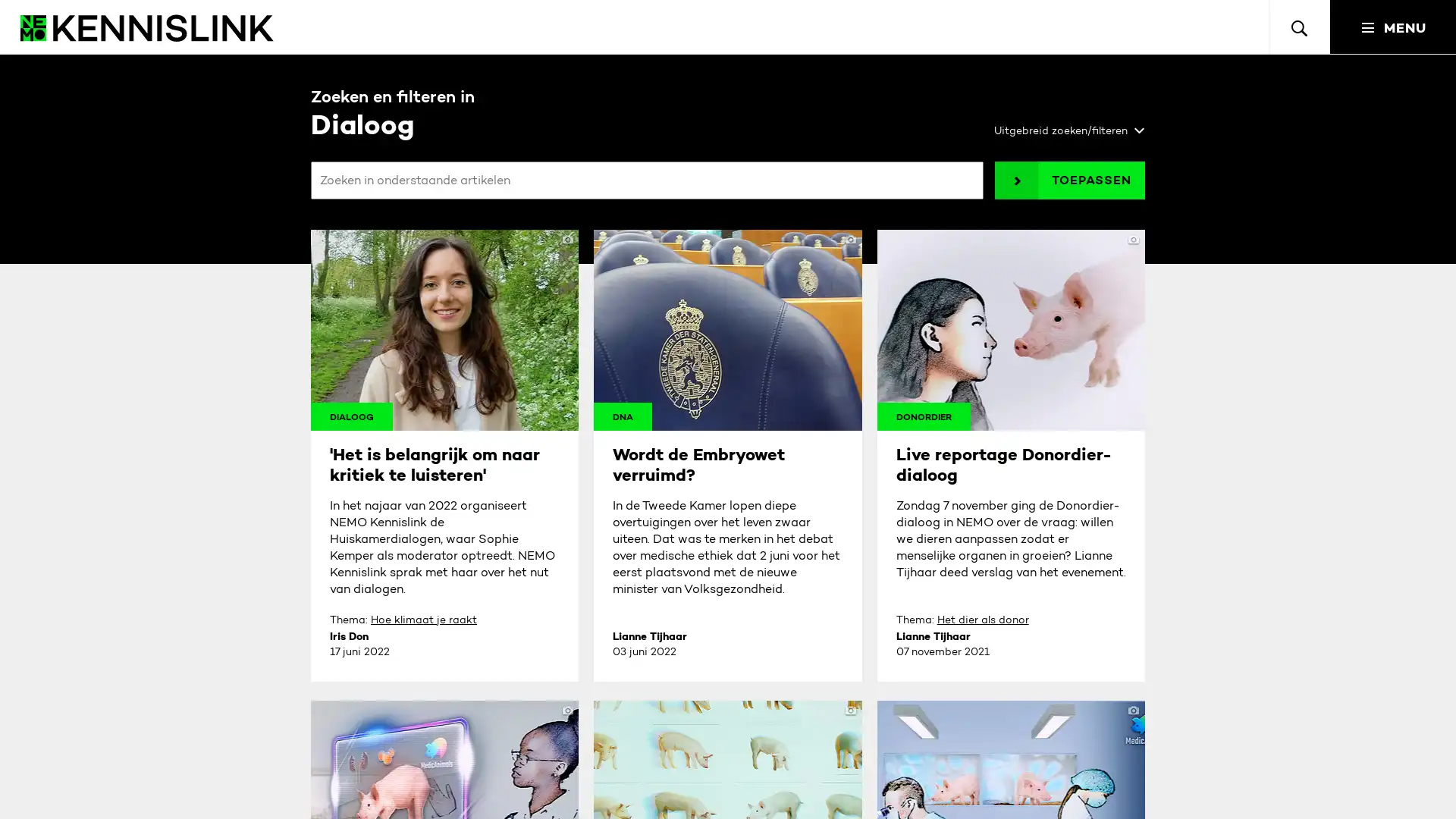  Describe the element at coordinates (1063, 130) in the screenshot. I see `Uitgebreid zoeken/filteren` at that location.